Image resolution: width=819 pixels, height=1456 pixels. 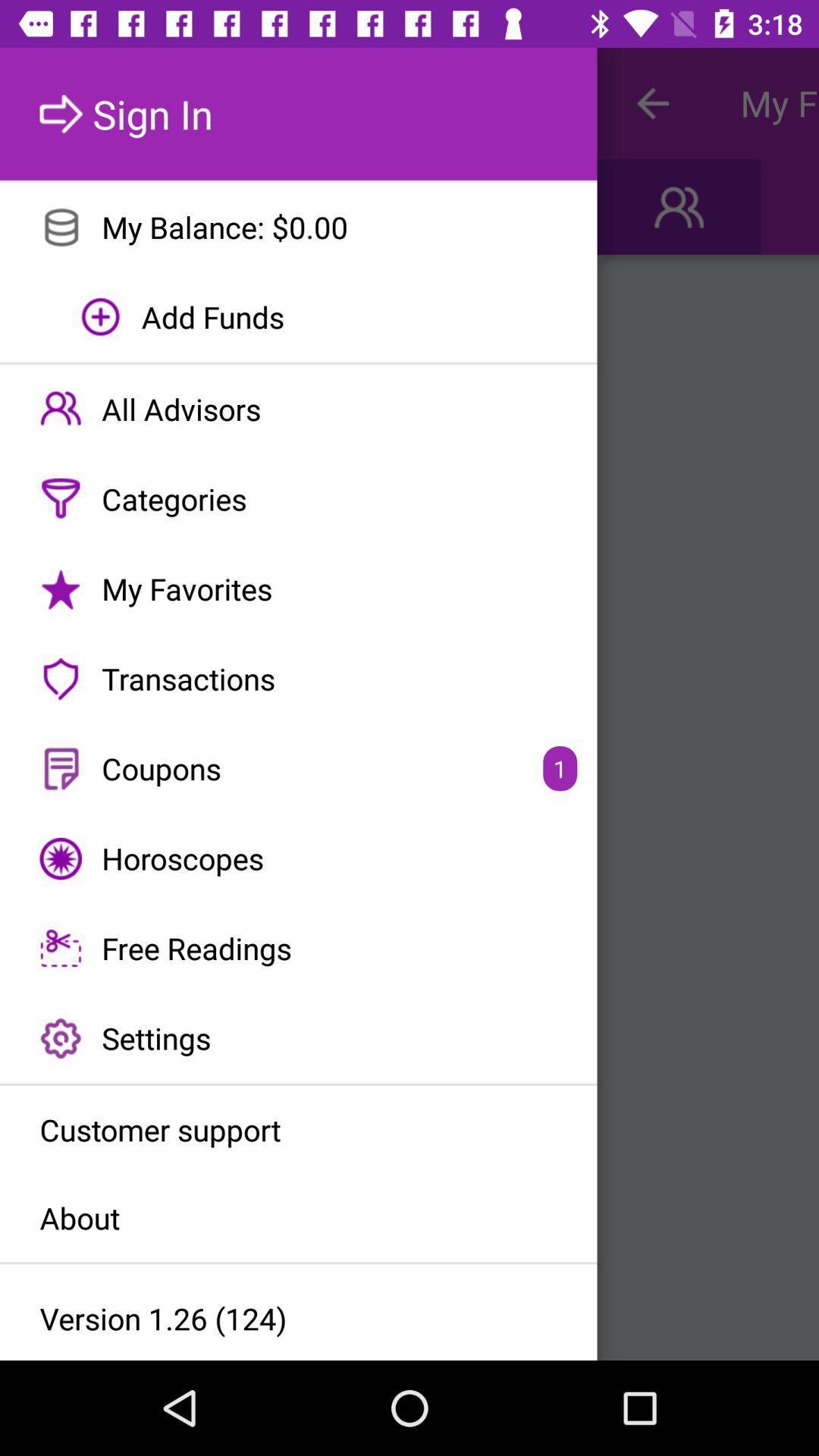 What do you see at coordinates (298, 316) in the screenshot?
I see `the icon below my balance 0 icon` at bounding box center [298, 316].